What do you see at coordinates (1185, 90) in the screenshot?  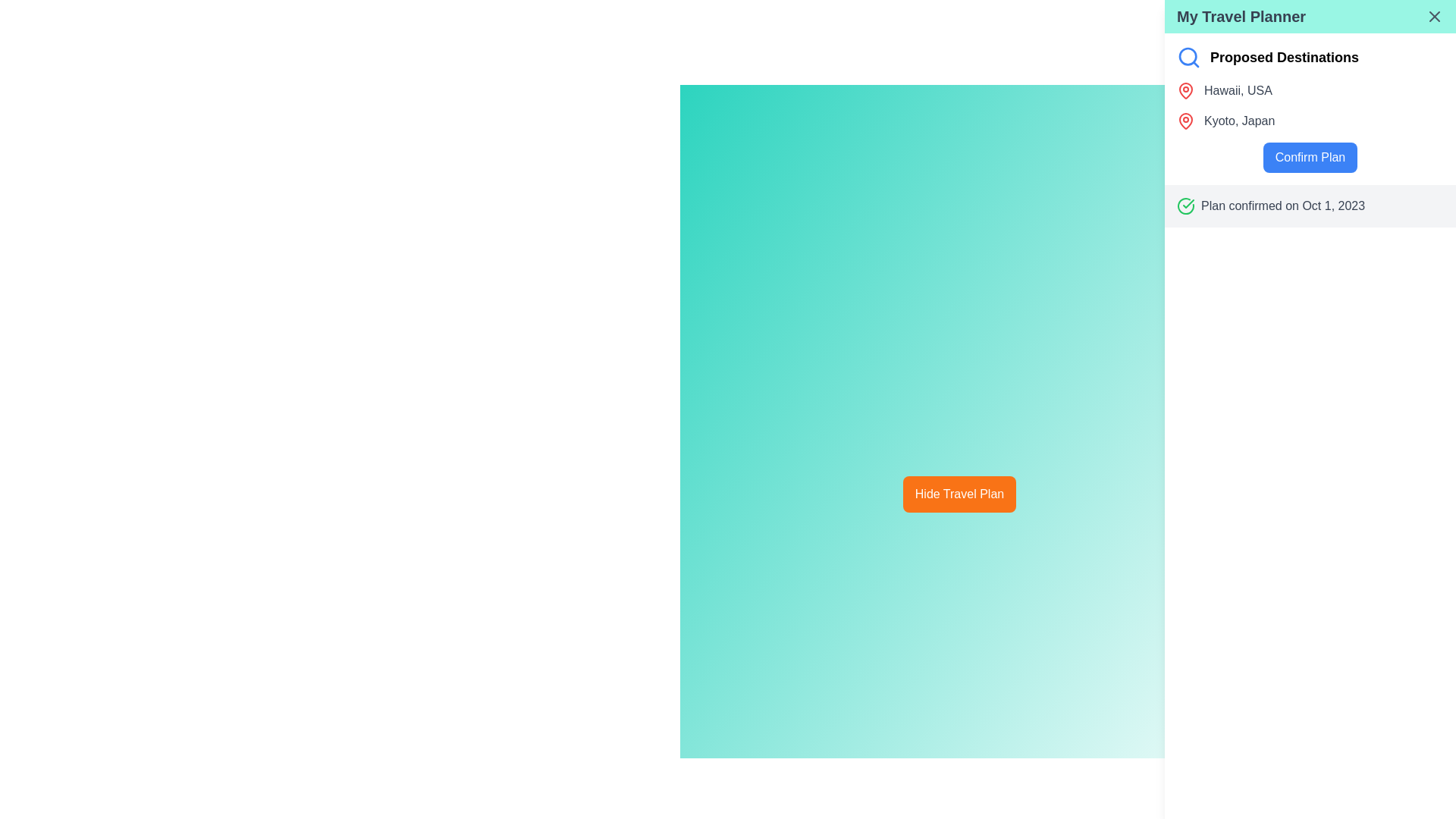 I see `the red map pin icon located to the left of the 'Hawaii, USA' label in the 'Proposed Destinations' section of the sidebar` at bounding box center [1185, 90].